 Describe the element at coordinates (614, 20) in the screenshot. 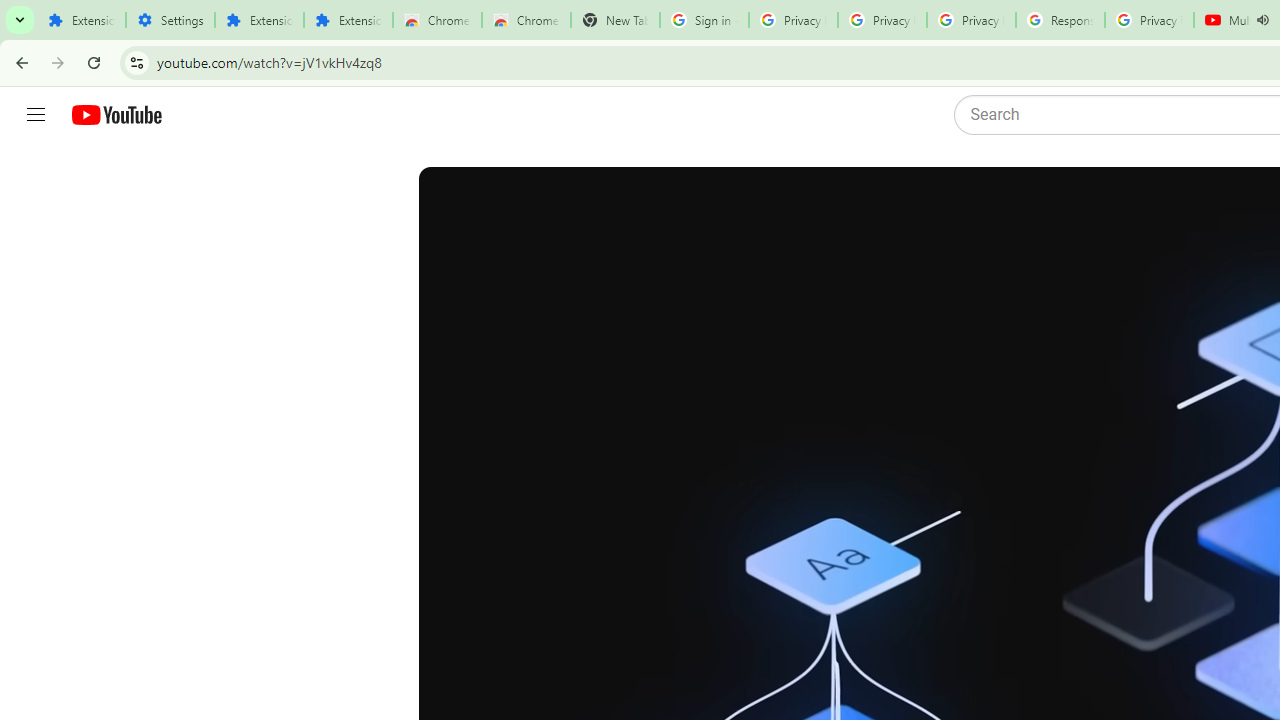

I see `'New Tab'` at that location.